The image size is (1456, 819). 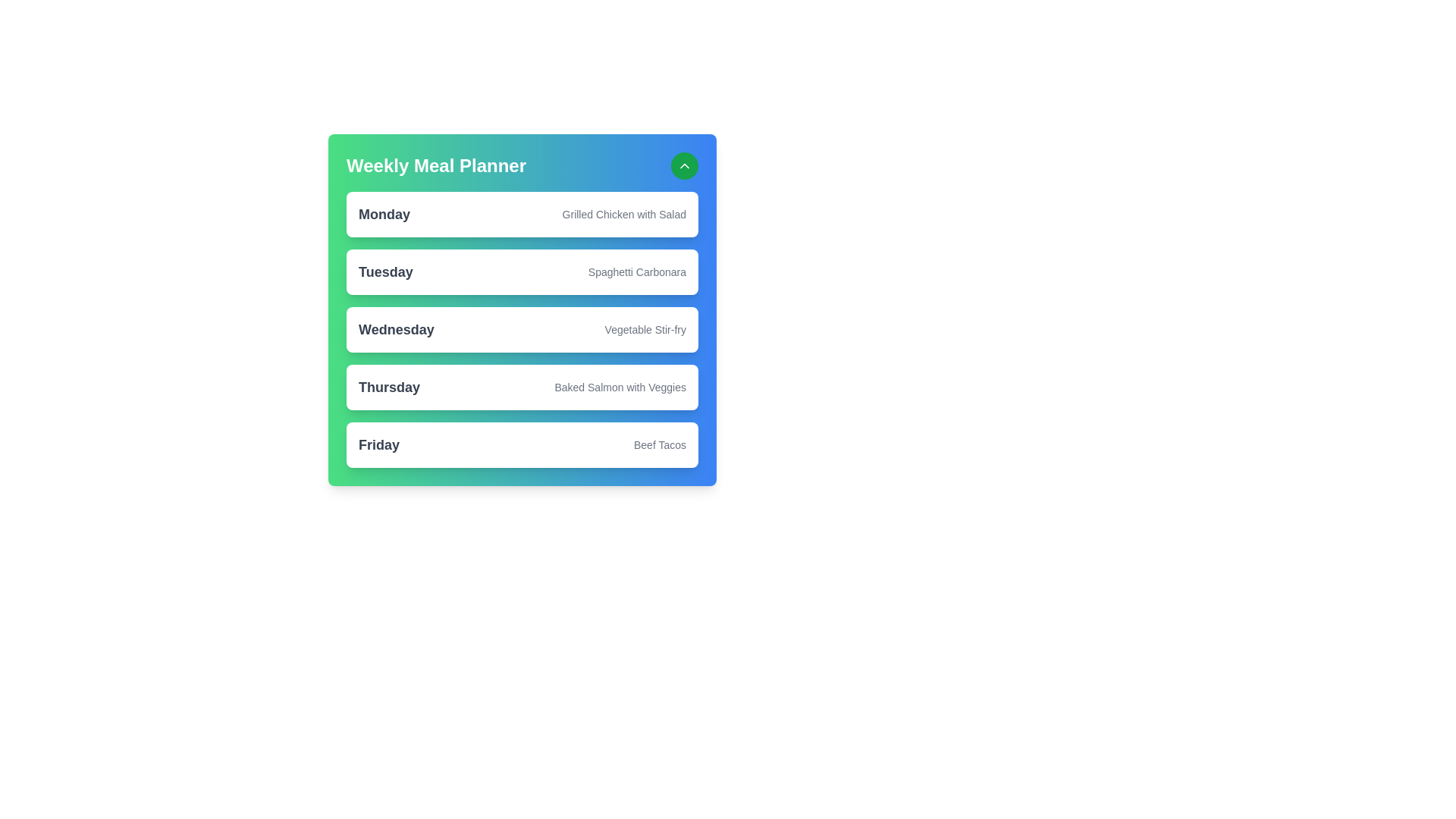 What do you see at coordinates (378, 444) in the screenshot?
I see `the menu item for a specific day, identified by Friday` at bounding box center [378, 444].